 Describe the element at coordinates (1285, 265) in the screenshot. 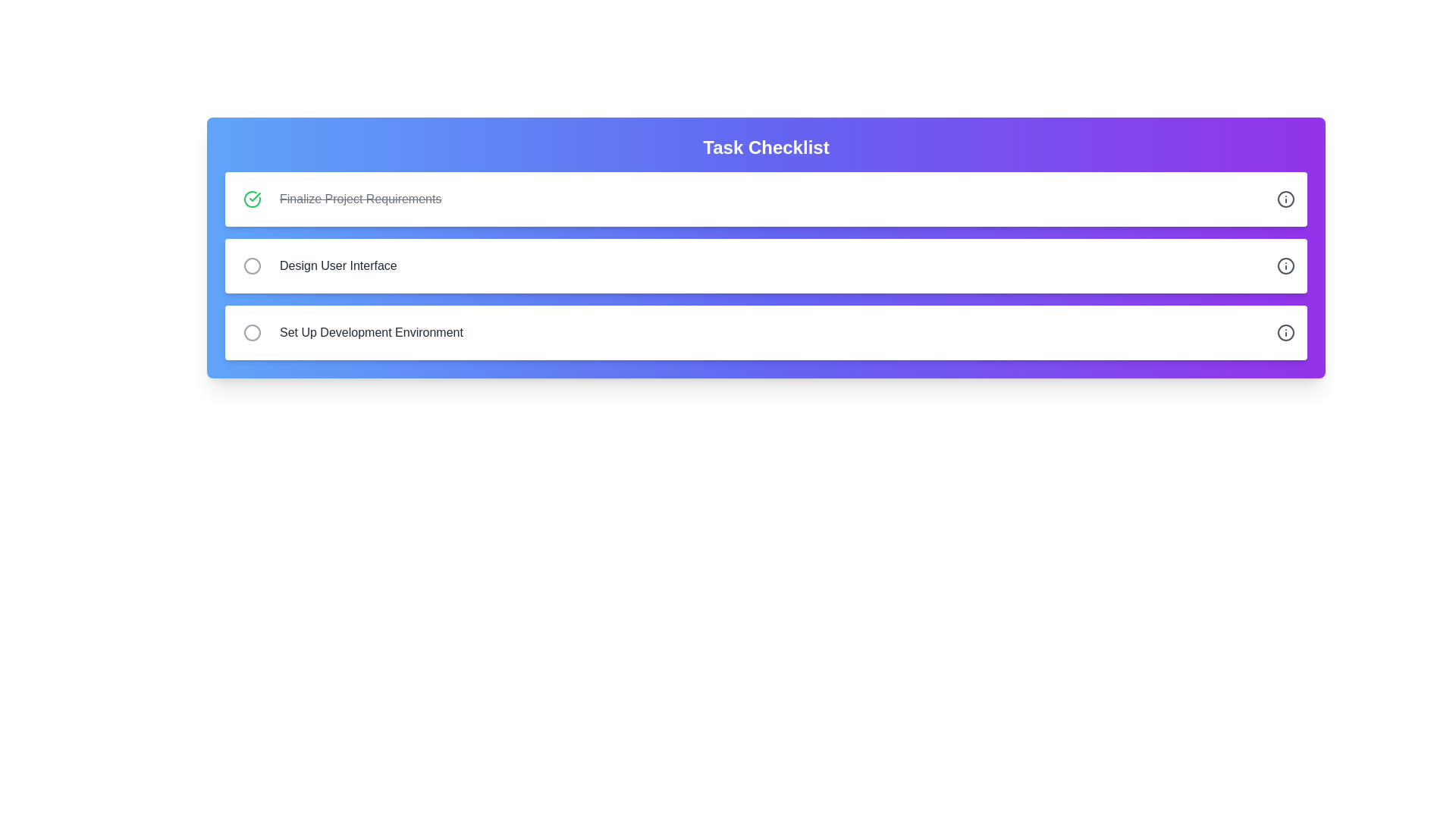

I see `the information icon for the task titled 'Design User Interface'` at that location.